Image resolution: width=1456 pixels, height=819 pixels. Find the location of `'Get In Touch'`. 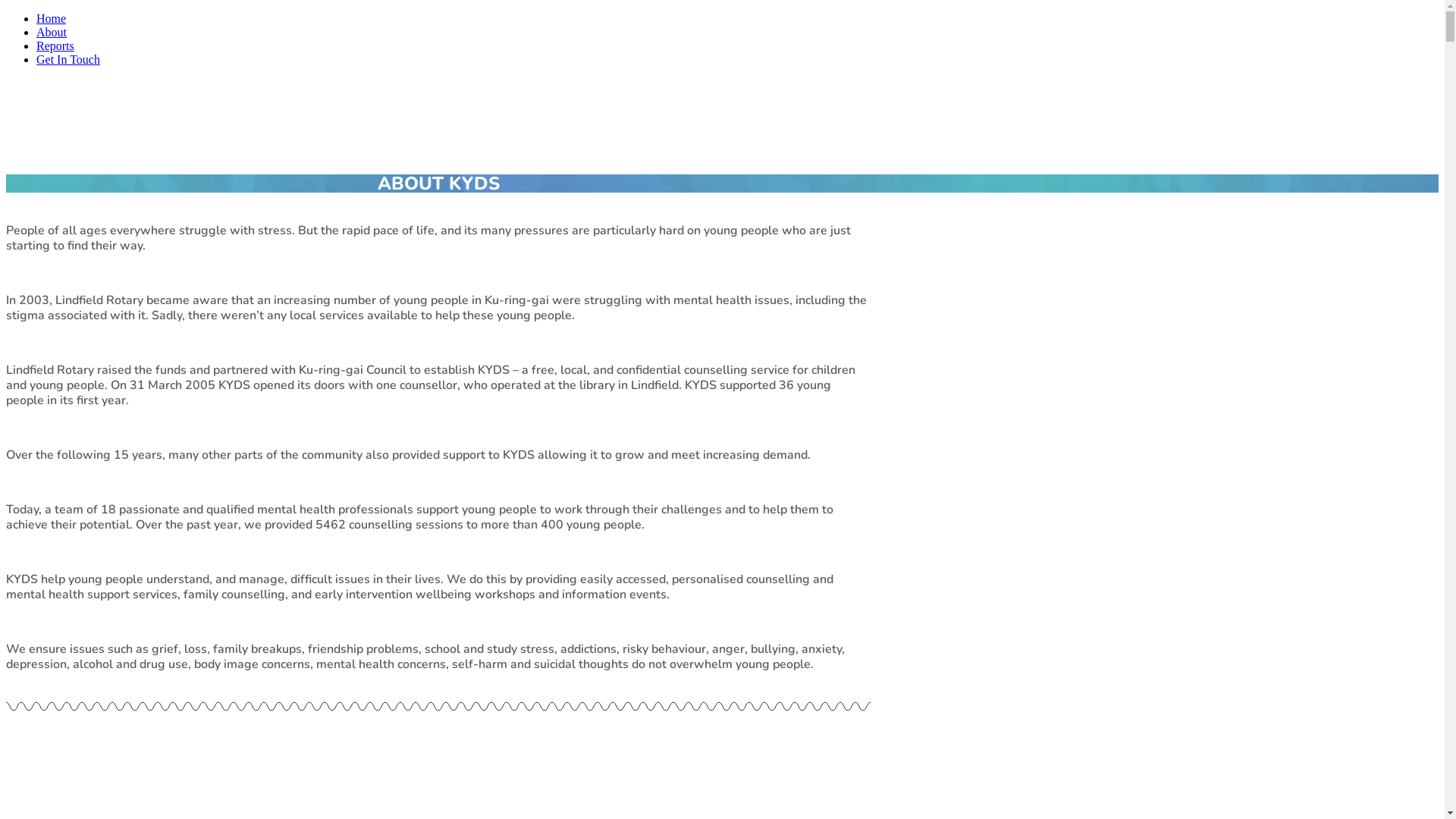

'Get In Touch' is located at coordinates (67, 58).